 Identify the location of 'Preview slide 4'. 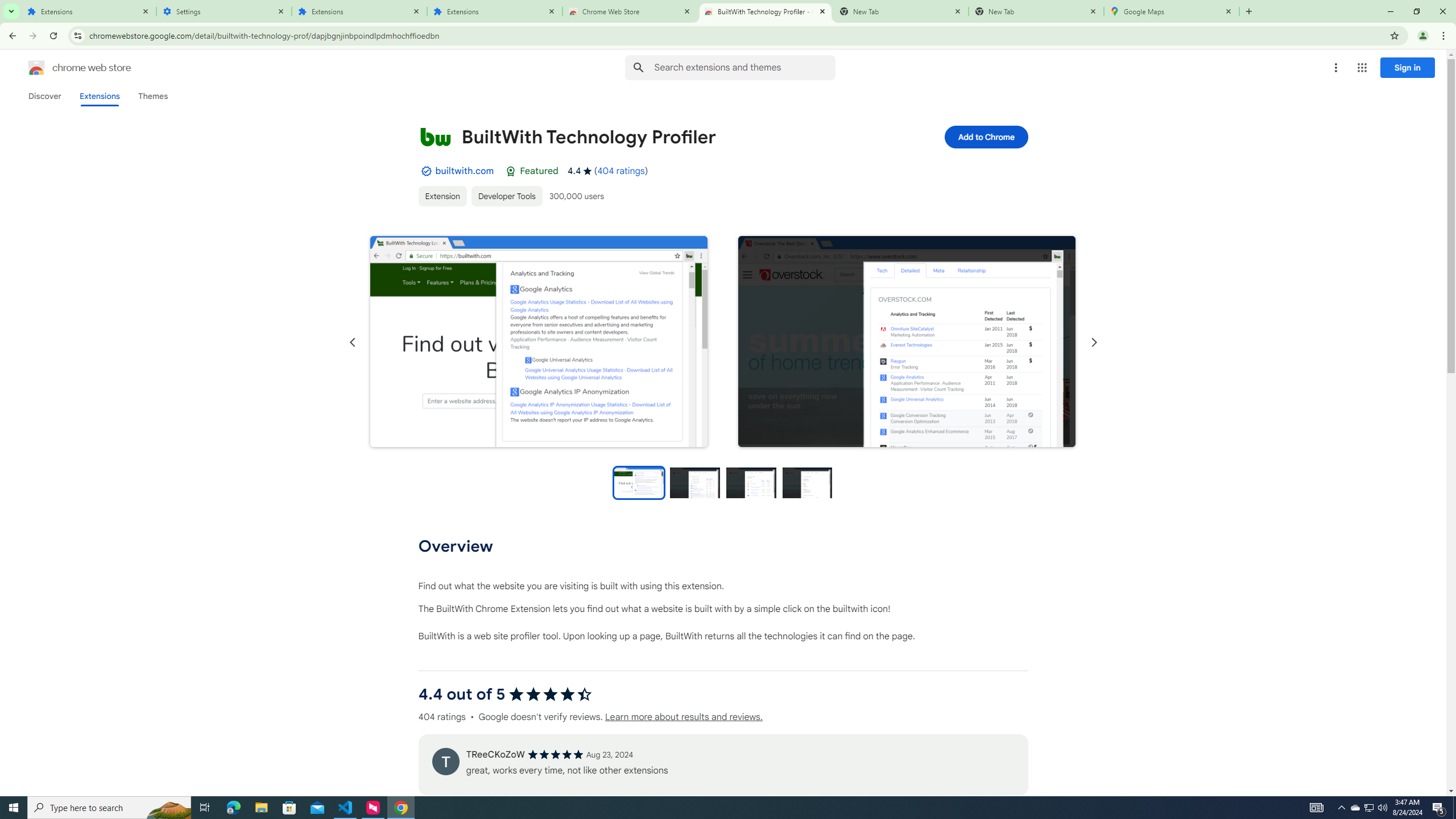
(807, 482).